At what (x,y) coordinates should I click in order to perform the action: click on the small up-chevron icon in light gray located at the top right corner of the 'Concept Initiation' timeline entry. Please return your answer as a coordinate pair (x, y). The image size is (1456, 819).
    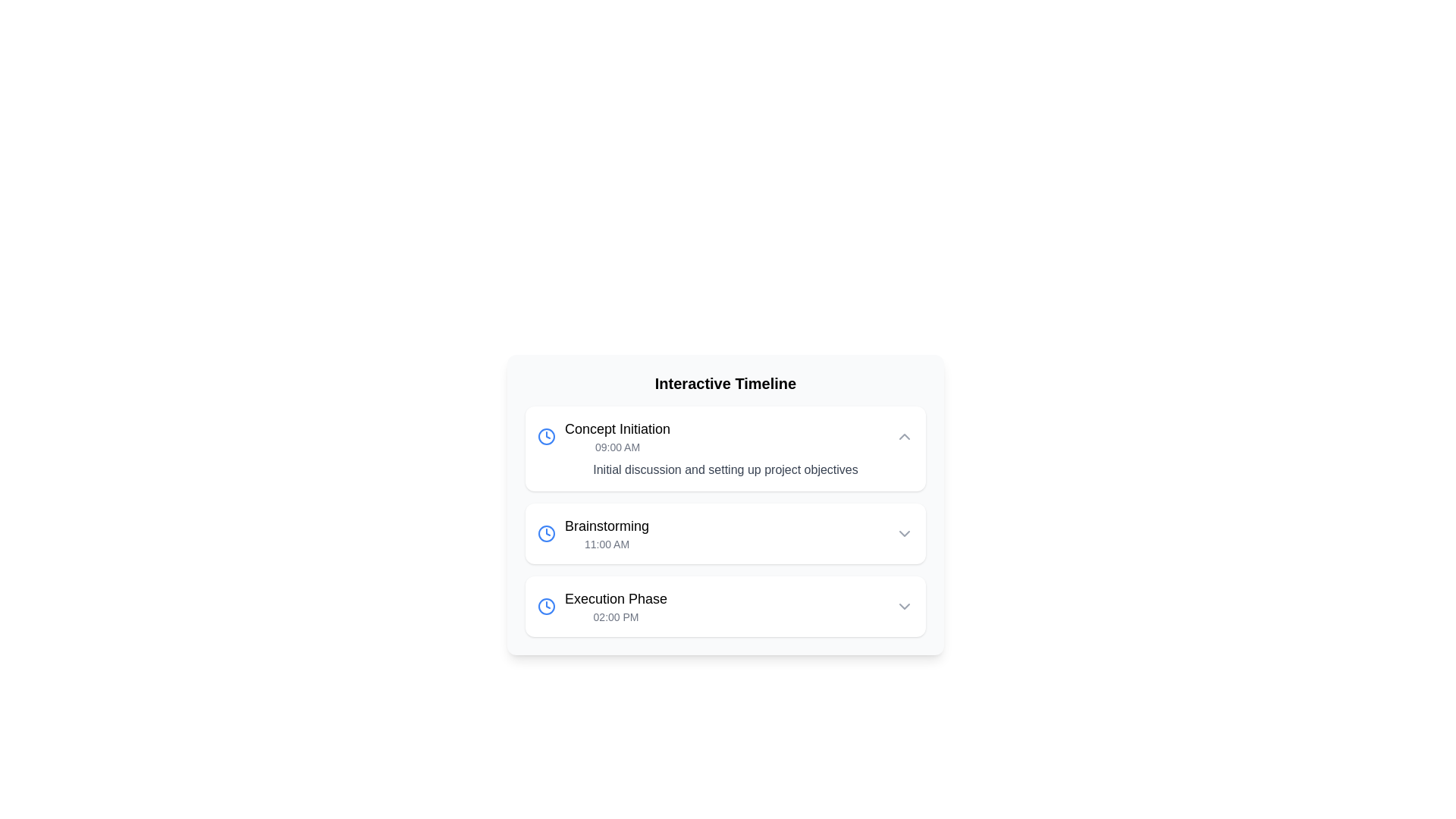
    Looking at the image, I should click on (905, 436).